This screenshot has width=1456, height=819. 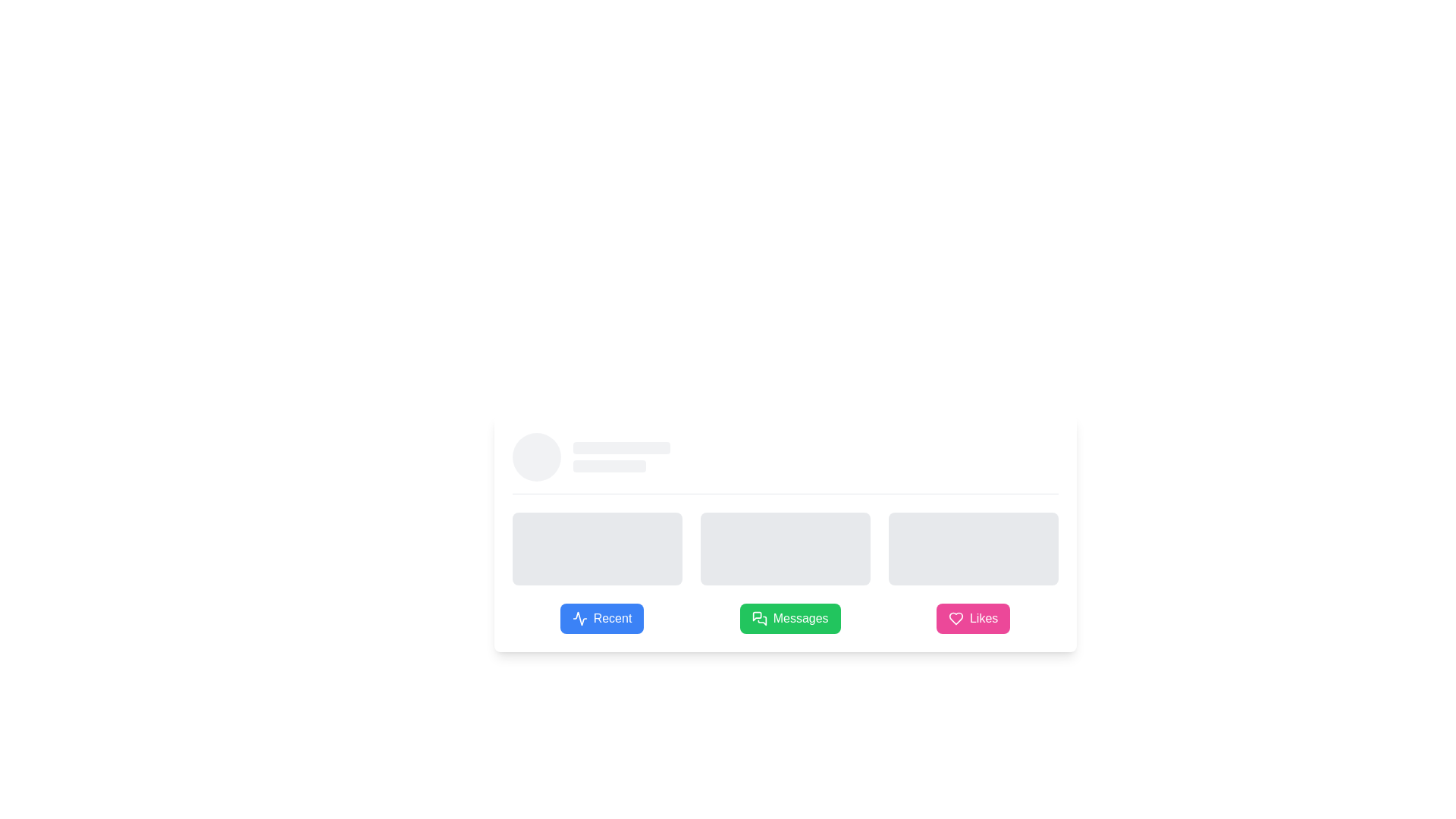 I want to click on the heart-shaped icon that represents a 'like' action, located to the left of the 'Likes' button with a pink background, so click(x=955, y=619).